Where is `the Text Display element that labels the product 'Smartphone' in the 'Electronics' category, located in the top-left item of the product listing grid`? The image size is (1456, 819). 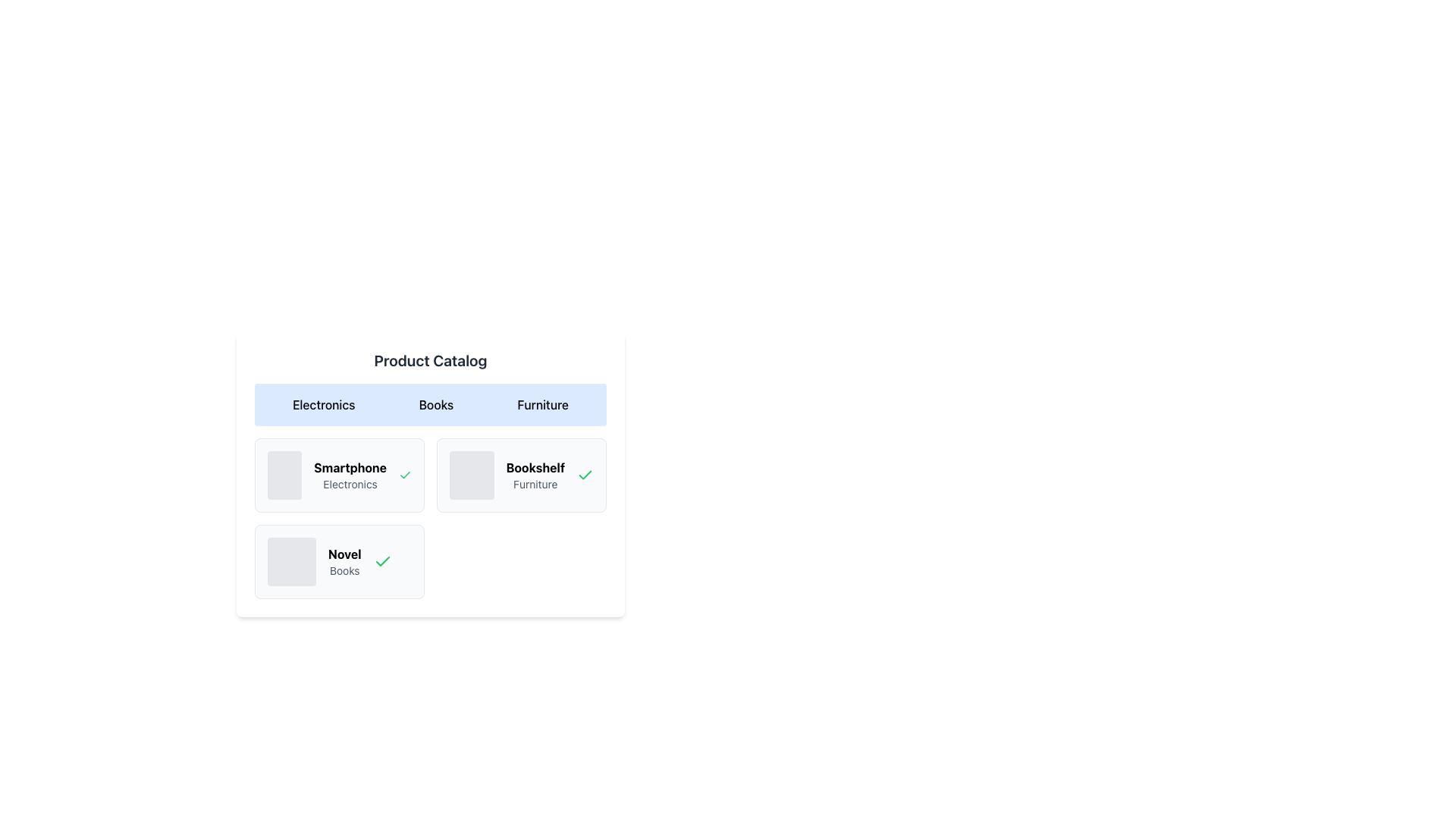
the Text Display element that labels the product 'Smartphone' in the 'Electronics' category, located in the top-left item of the product listing grid is located at coordinates (350, 475).